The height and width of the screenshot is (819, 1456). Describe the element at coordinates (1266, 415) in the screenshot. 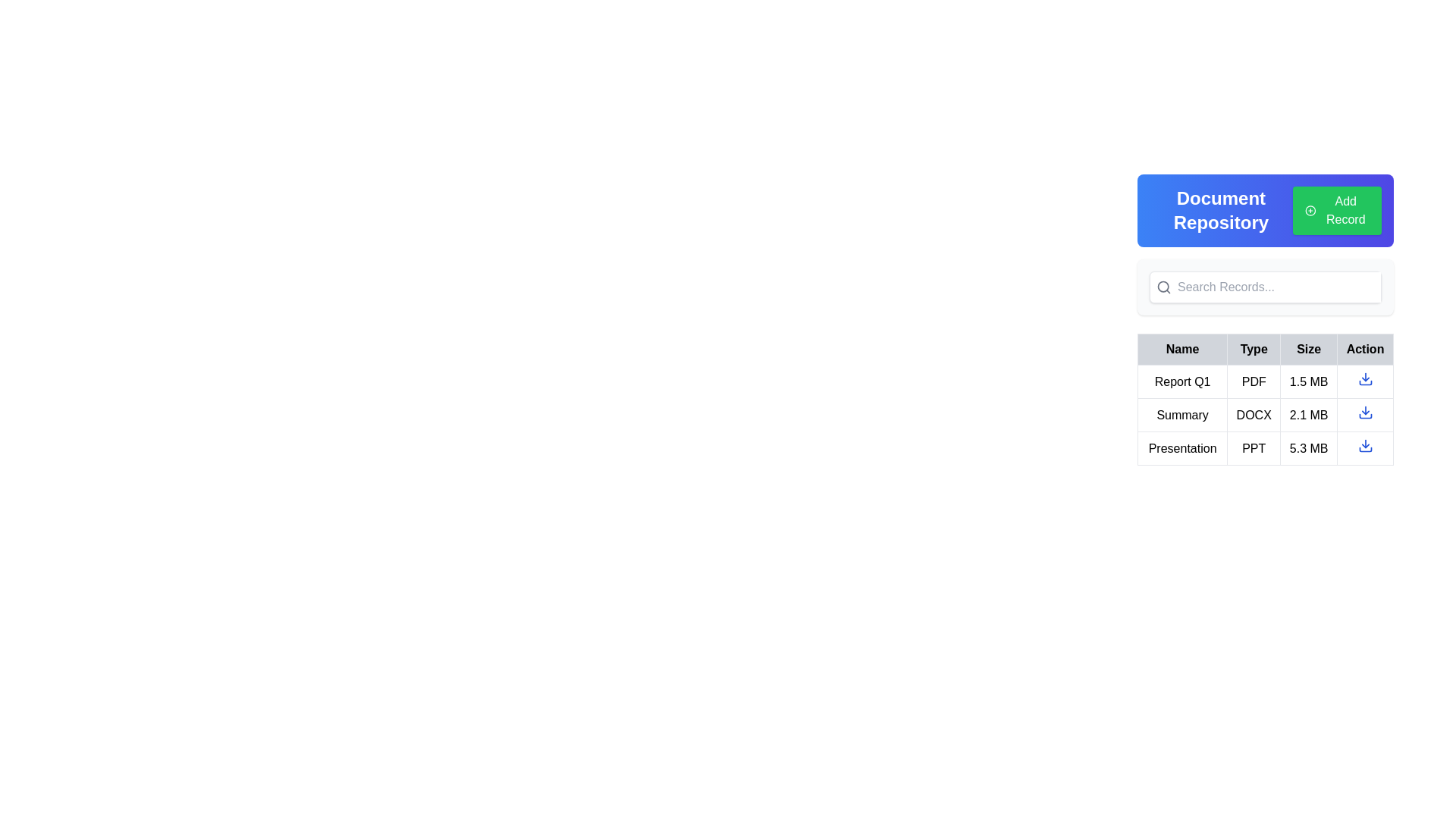

I see `the second row of the table displaying document information, which contains 'Summary' as the 'Name', 'DOCX' as the 'Type', '2.1 MB' as the 'Size', and a clickable icon for downloading under 'Action'` at that location.